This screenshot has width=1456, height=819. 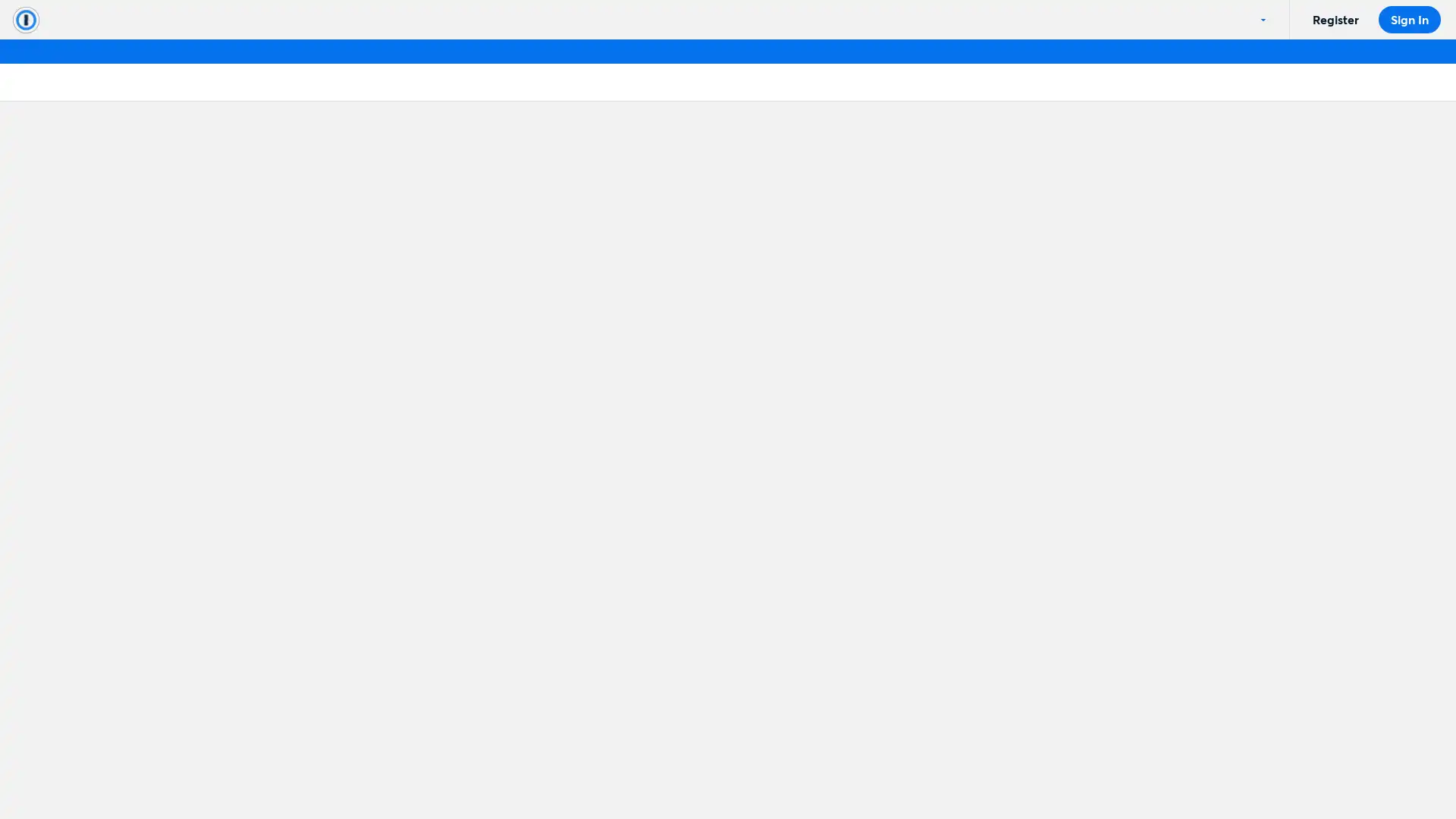 What do you see at coordinates (1335, 20) in the screenshot?
I see `Register` at bounding box center [1335, 20].